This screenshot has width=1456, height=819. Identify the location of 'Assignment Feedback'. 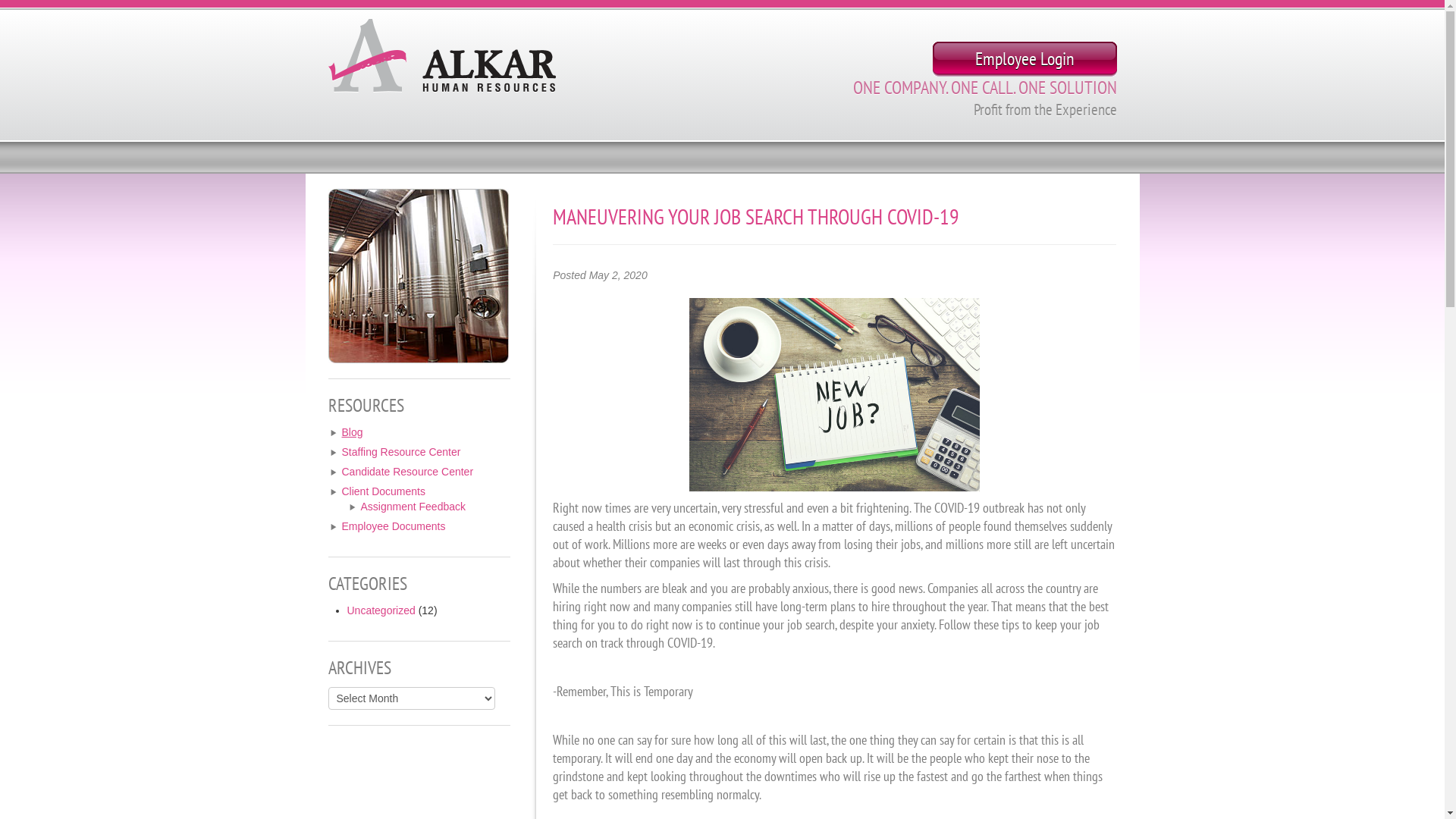
(413, 506).